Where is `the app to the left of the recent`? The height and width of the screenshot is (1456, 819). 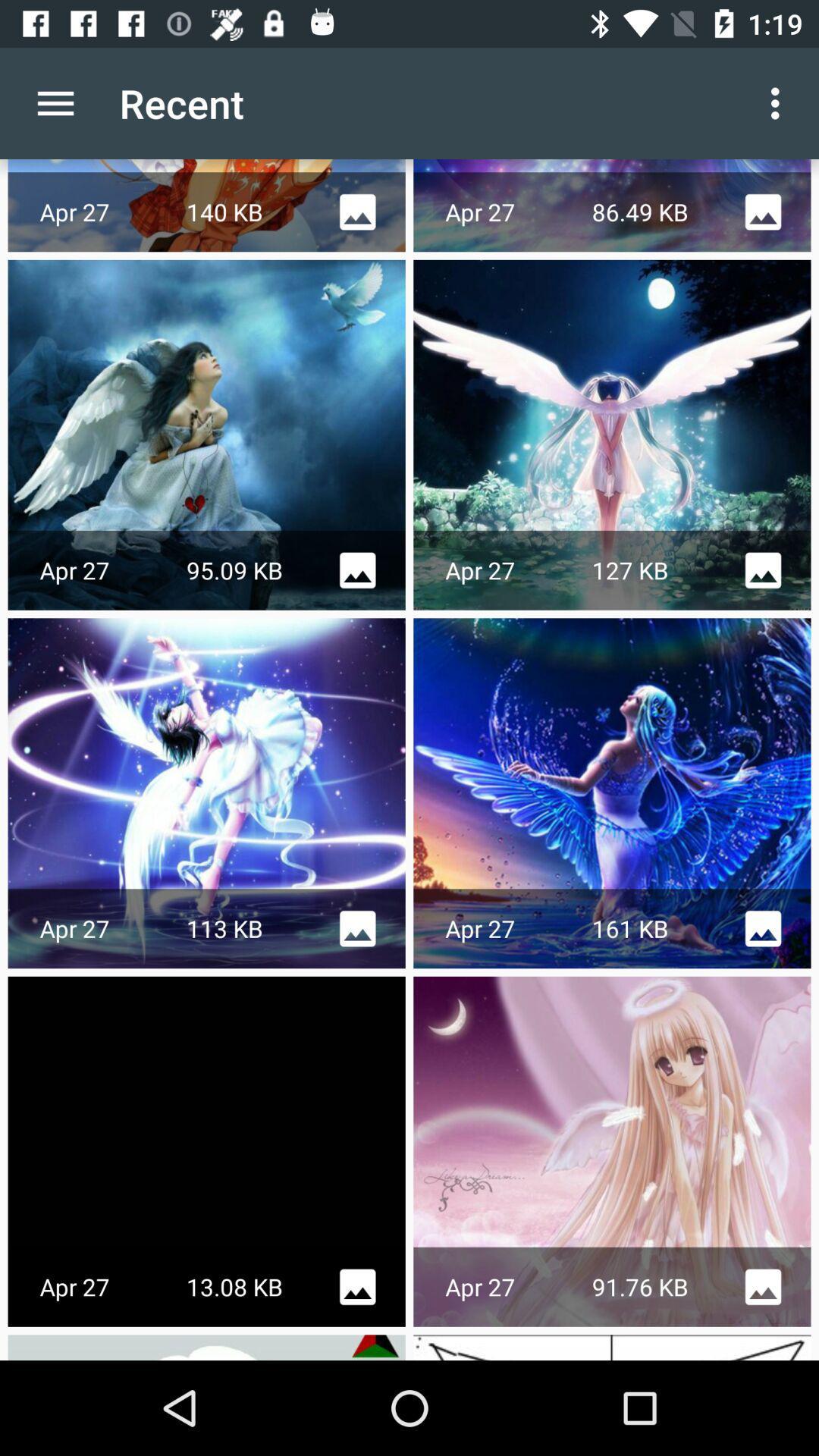
the app to the left of the recent is located at coordinates (55, 102).